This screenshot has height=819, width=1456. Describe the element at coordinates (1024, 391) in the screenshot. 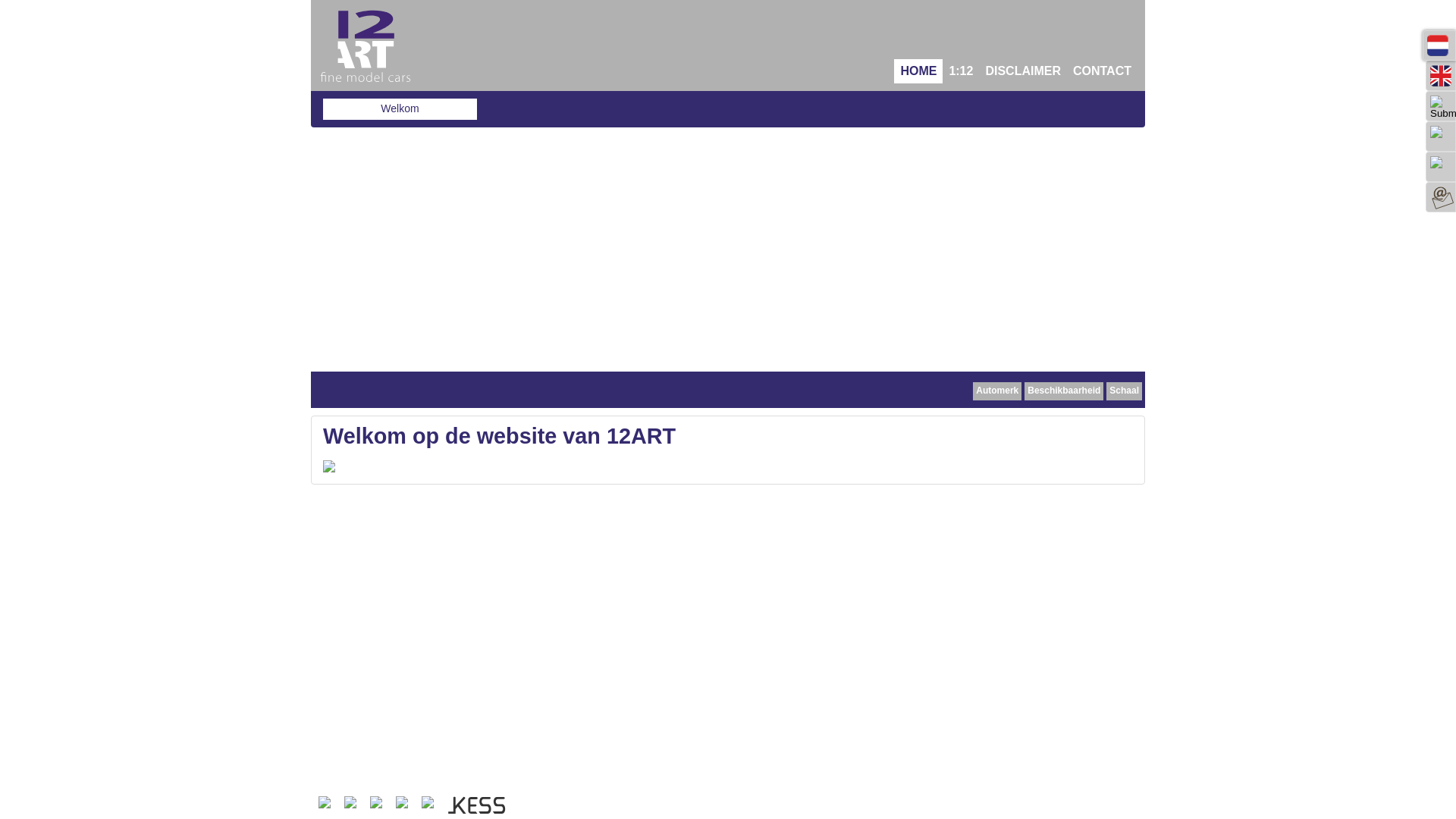

I see `'Beschikbaarheid'` at that location.